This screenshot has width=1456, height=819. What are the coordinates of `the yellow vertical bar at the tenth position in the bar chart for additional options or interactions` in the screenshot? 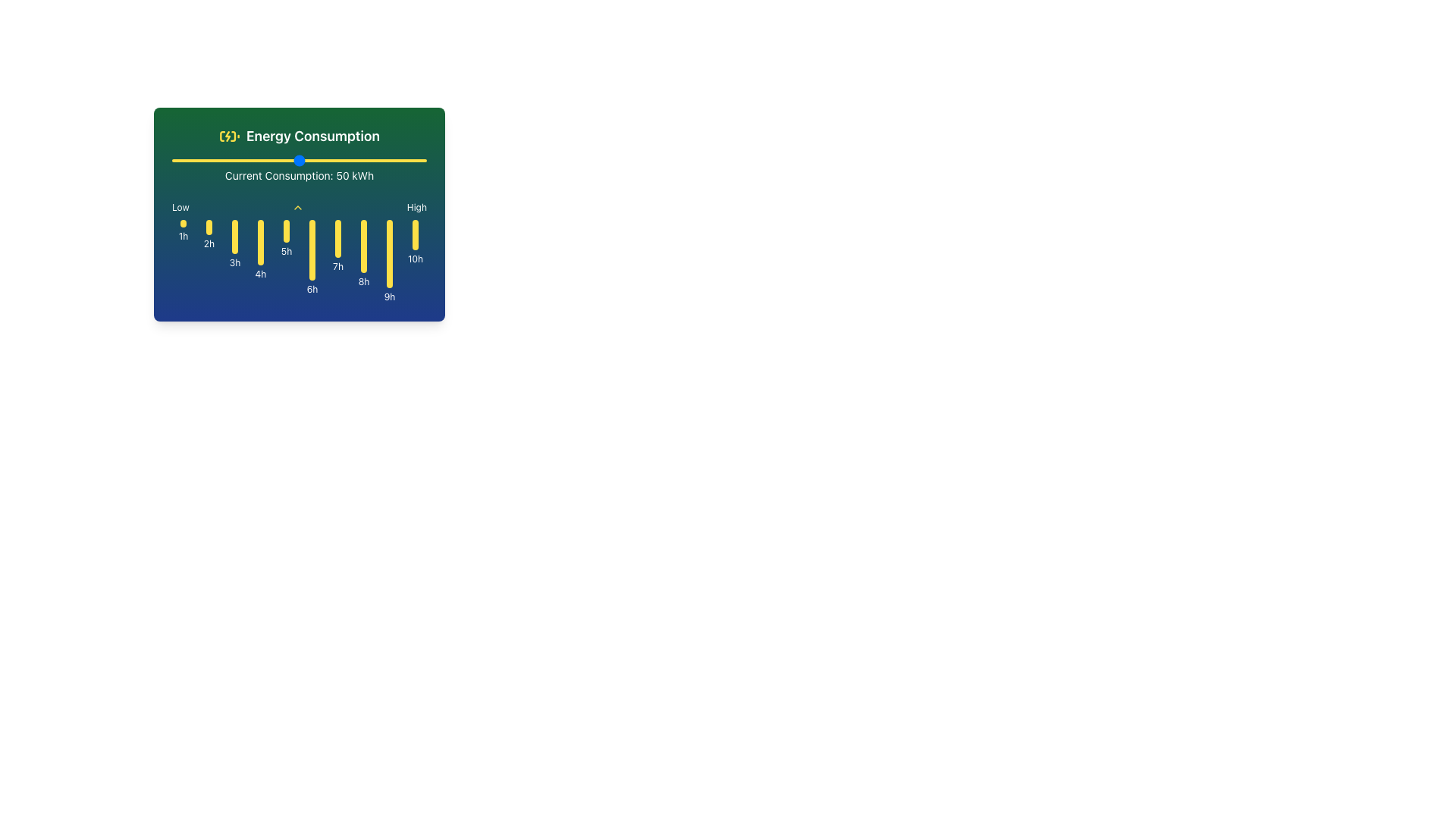 It's located at (415, 234).